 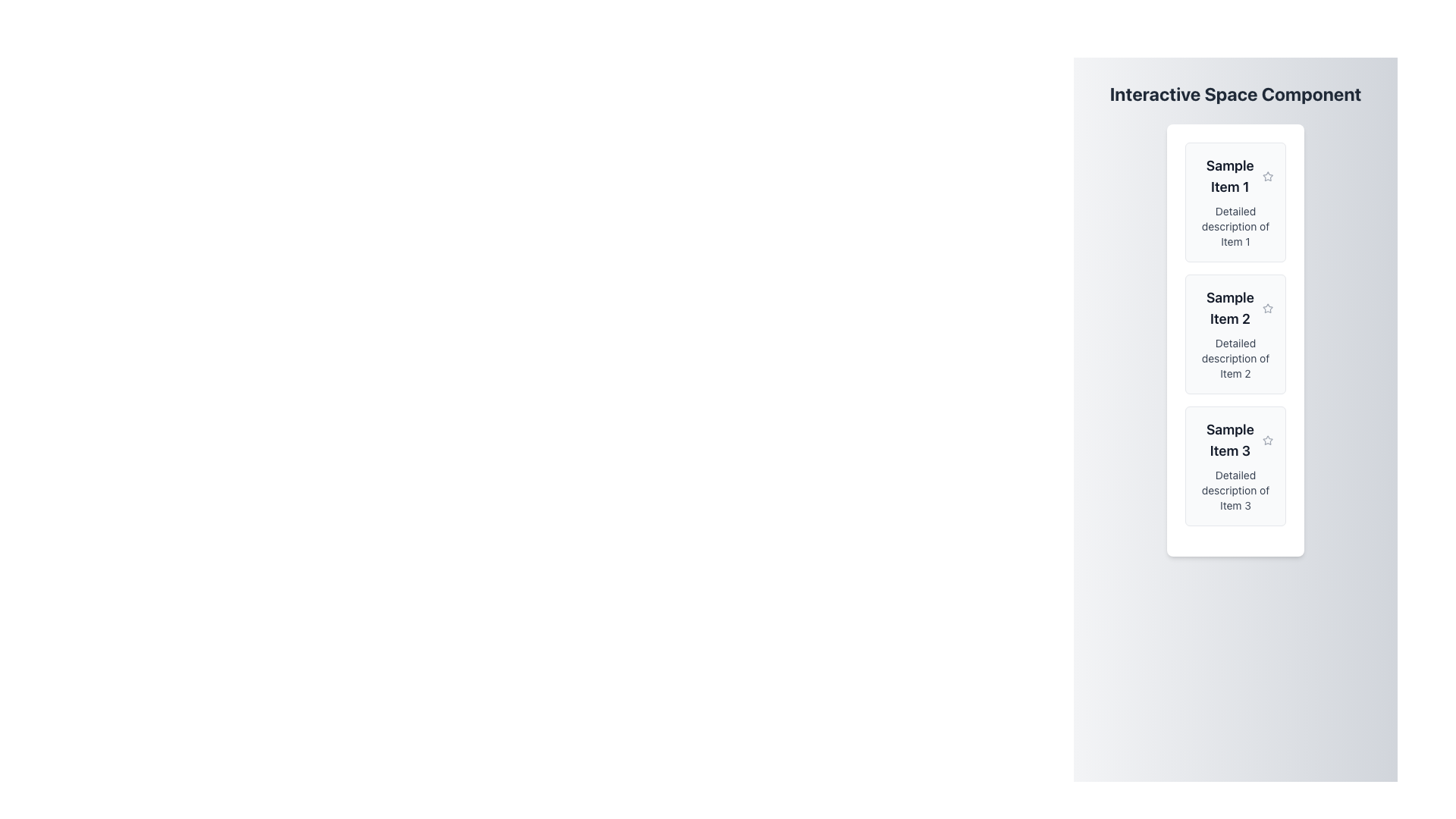 I want to click on the star icon with a gray outline next to 'Sample Item 2', so click(x=1268, y=308).